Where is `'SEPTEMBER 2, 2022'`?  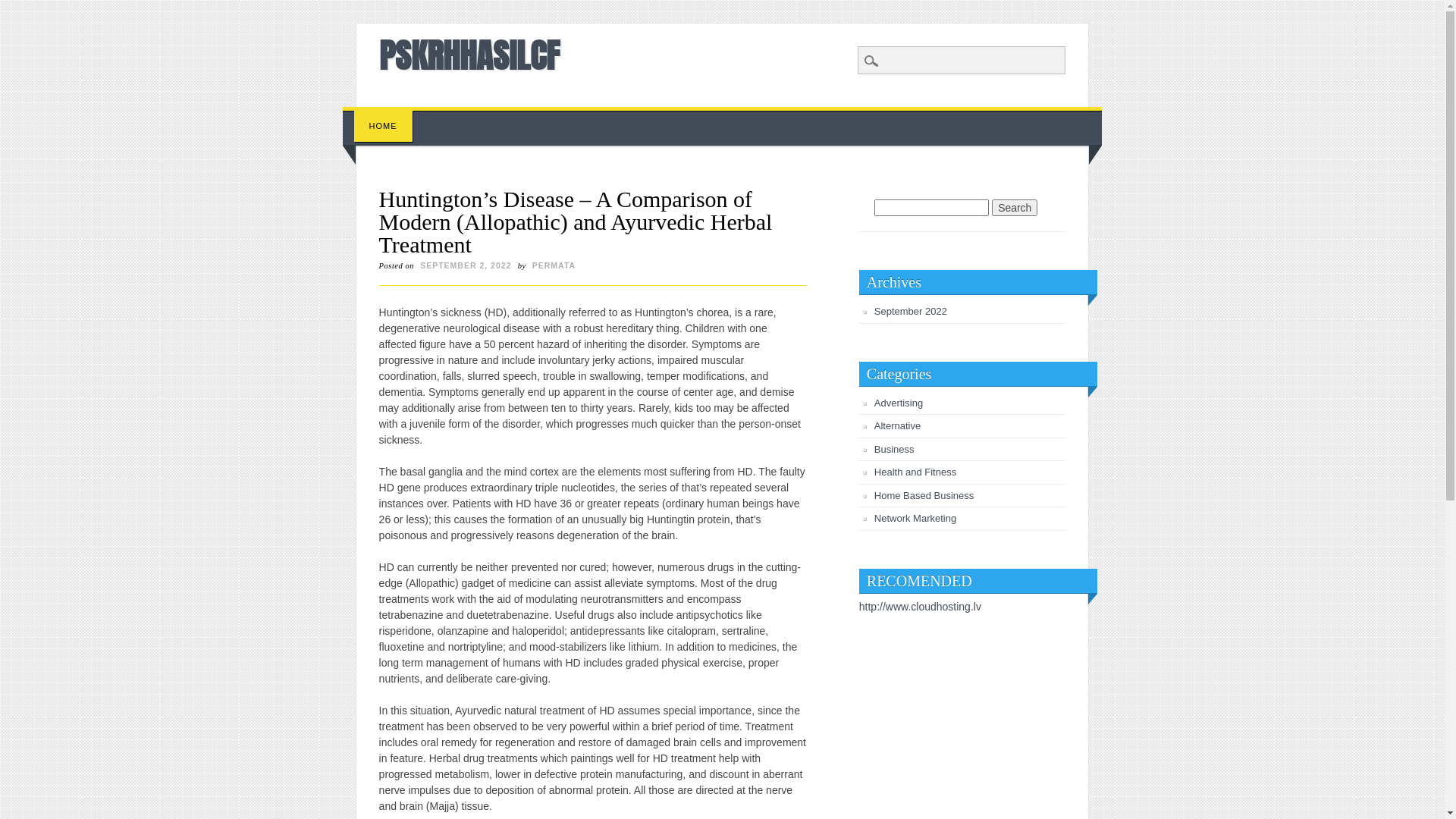
'SEPTEMBER 2, 2022' is located at coordinates (416, 265).